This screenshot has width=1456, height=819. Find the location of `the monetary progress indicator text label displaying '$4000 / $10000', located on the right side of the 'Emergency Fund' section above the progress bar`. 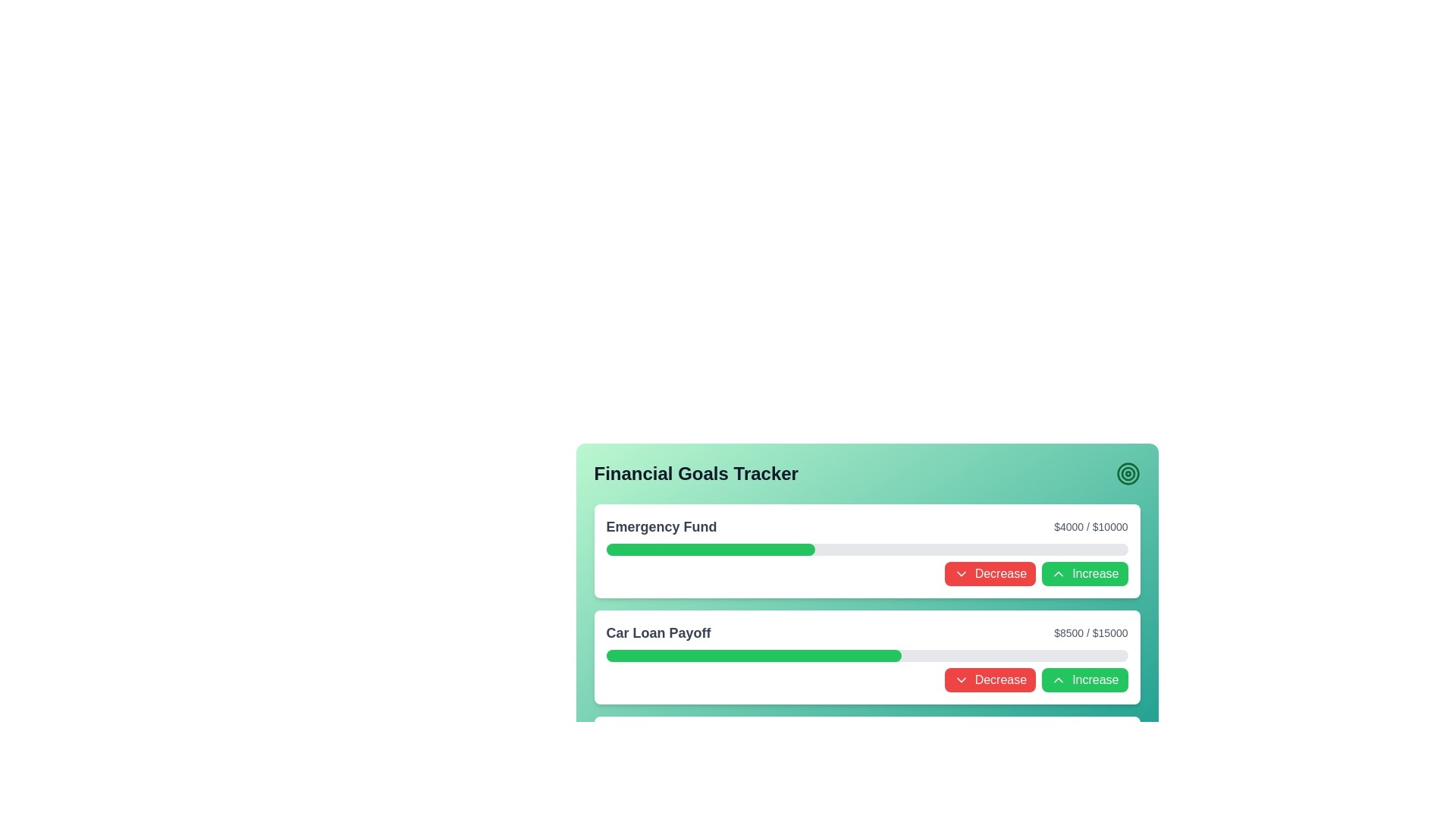

the monetary progress indicator text label displaying '$4000 / $10000', located on the right side of the 'Emergency Fund' section above the progress bar is located at coordinates (1090, 526).